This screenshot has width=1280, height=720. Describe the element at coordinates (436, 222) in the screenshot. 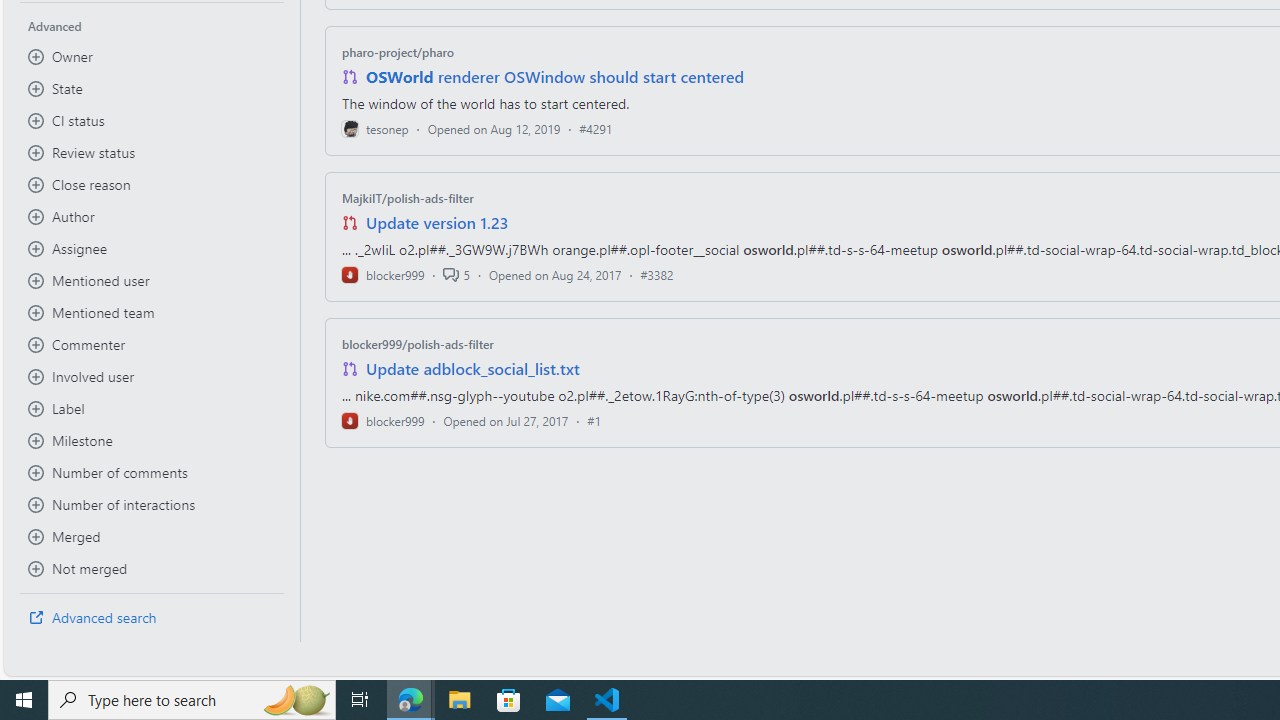

I see `'Update version 1.23'` at that location.